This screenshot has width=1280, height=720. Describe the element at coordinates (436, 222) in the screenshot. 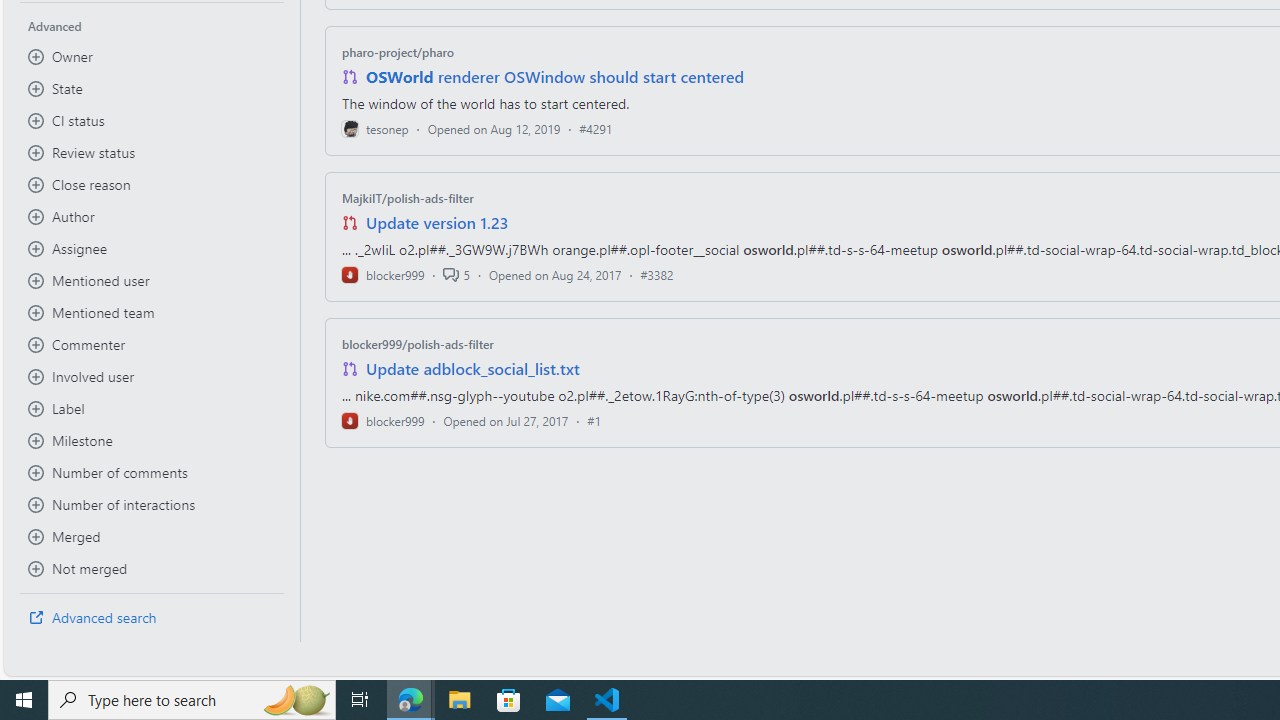

I see `'Update version 1.23'` at that location.